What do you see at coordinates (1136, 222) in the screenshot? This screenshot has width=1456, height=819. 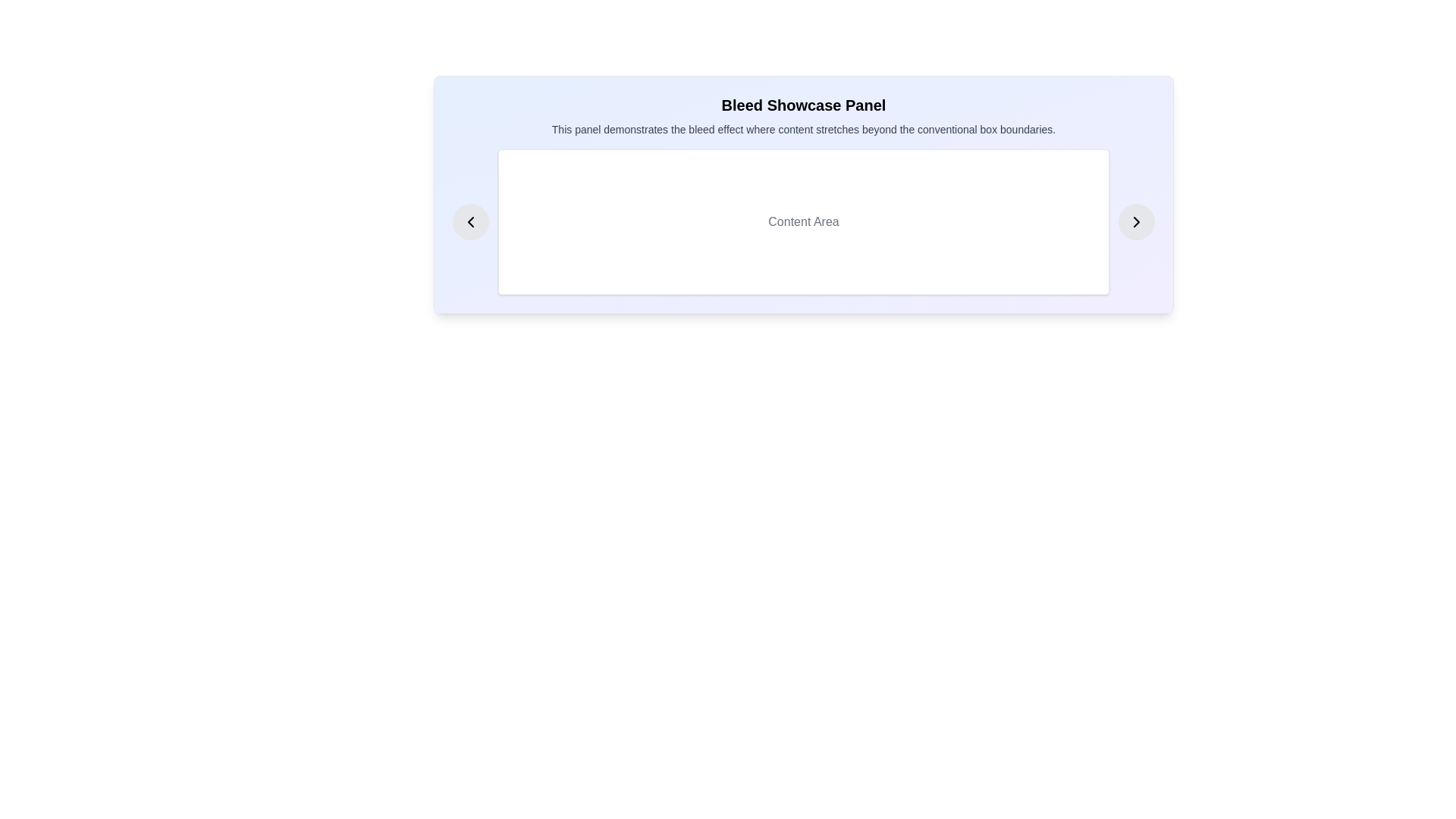 I see `the navigation icon button located on the far right side of the interface` at bounding box center [1136, 222].